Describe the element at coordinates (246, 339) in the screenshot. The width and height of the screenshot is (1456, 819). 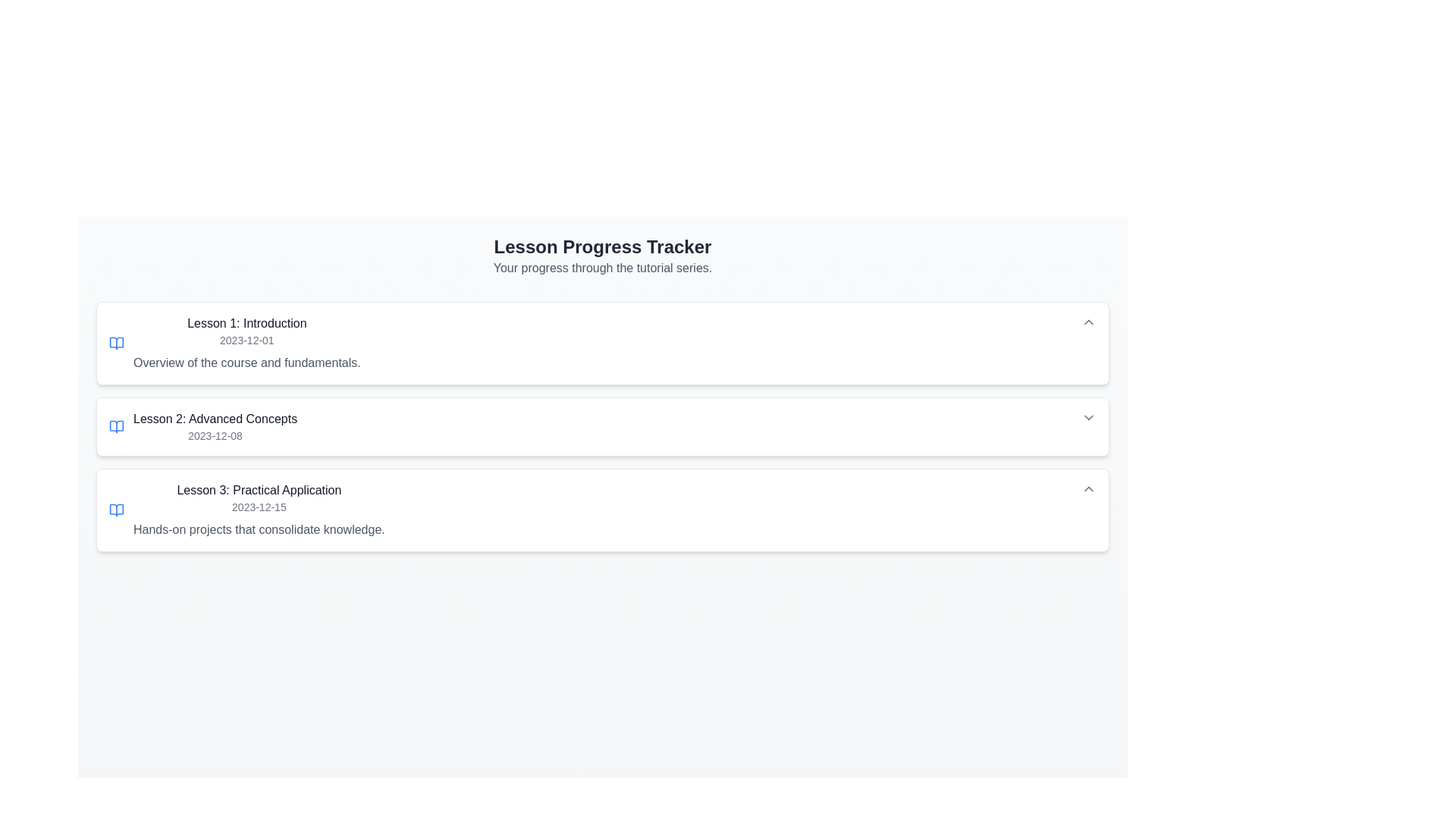
I see `the Text label that represents the date, positioned below 'Lesson 1: Introduction' and above 'Overview of the course and fundamentals.'` at that location.